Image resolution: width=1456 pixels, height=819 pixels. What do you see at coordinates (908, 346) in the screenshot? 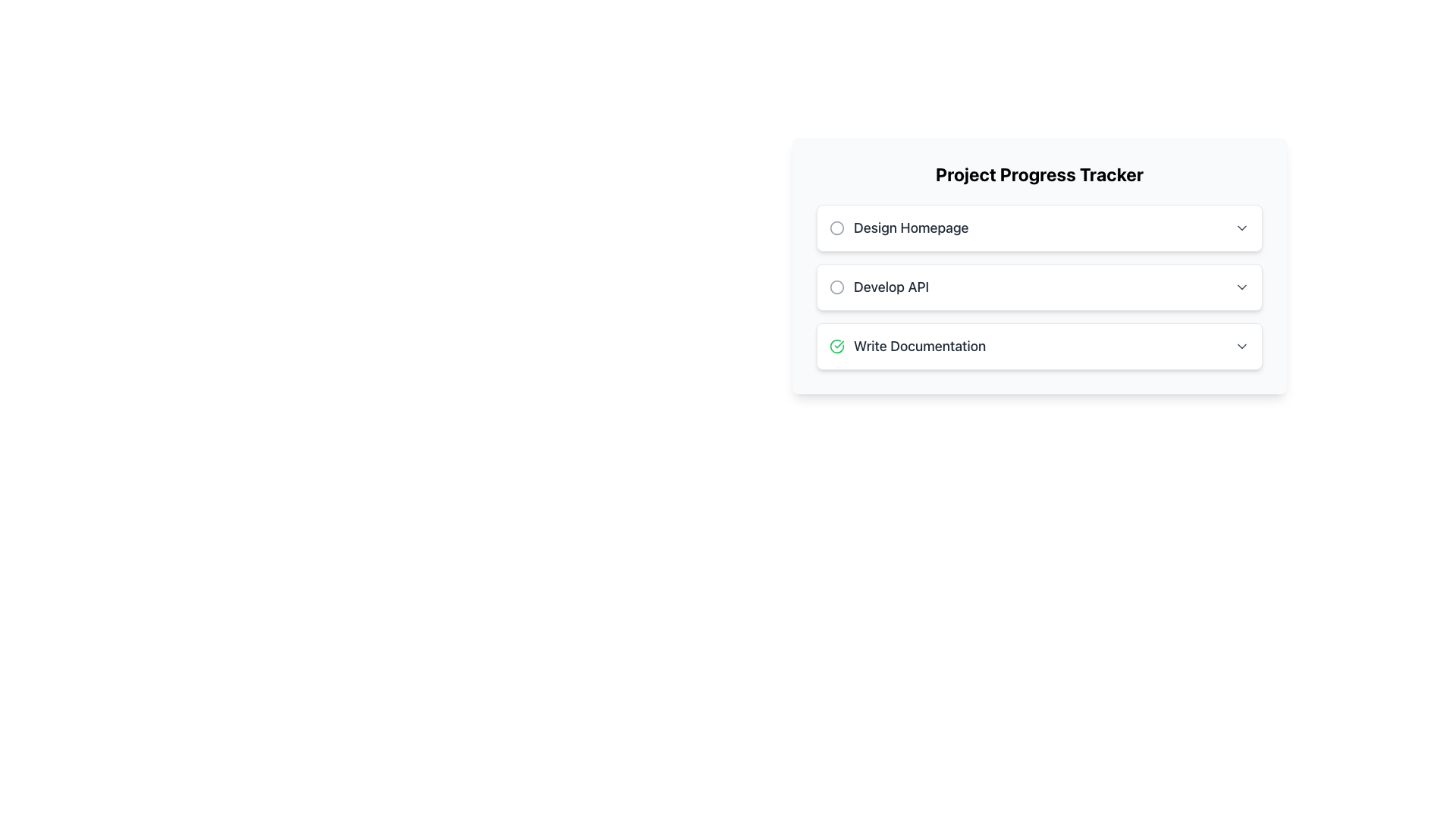
I see `the completed task list item named 'Write Documentation', which is the third item in the task list and visually positioned below 'Develop API'` at bounding box center [908, 346].